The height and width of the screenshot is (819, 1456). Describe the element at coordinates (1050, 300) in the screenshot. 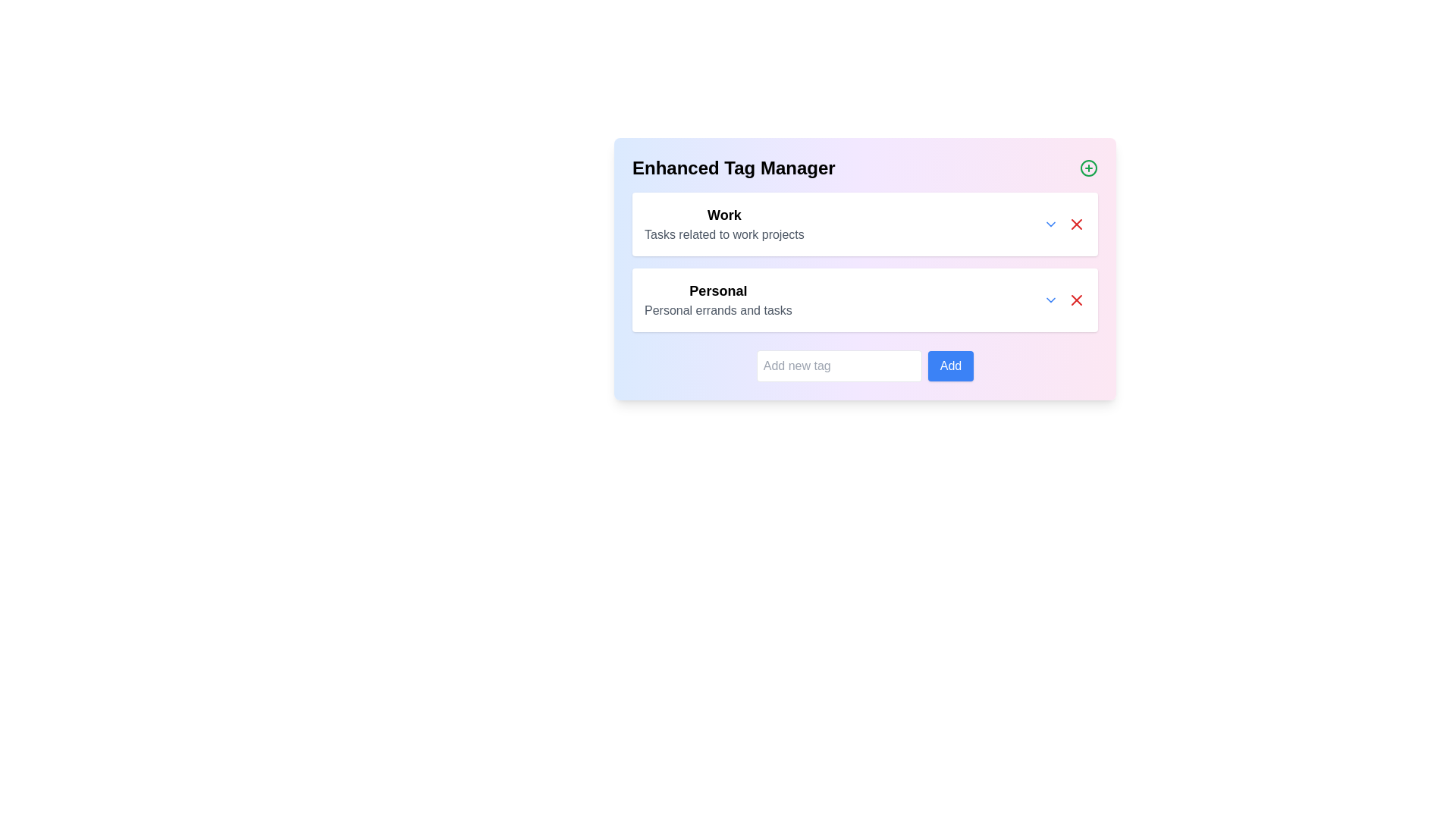

I see `the toggle icon located to the right of the label 'Personal' in the middle section of the modal dialog` at that location.